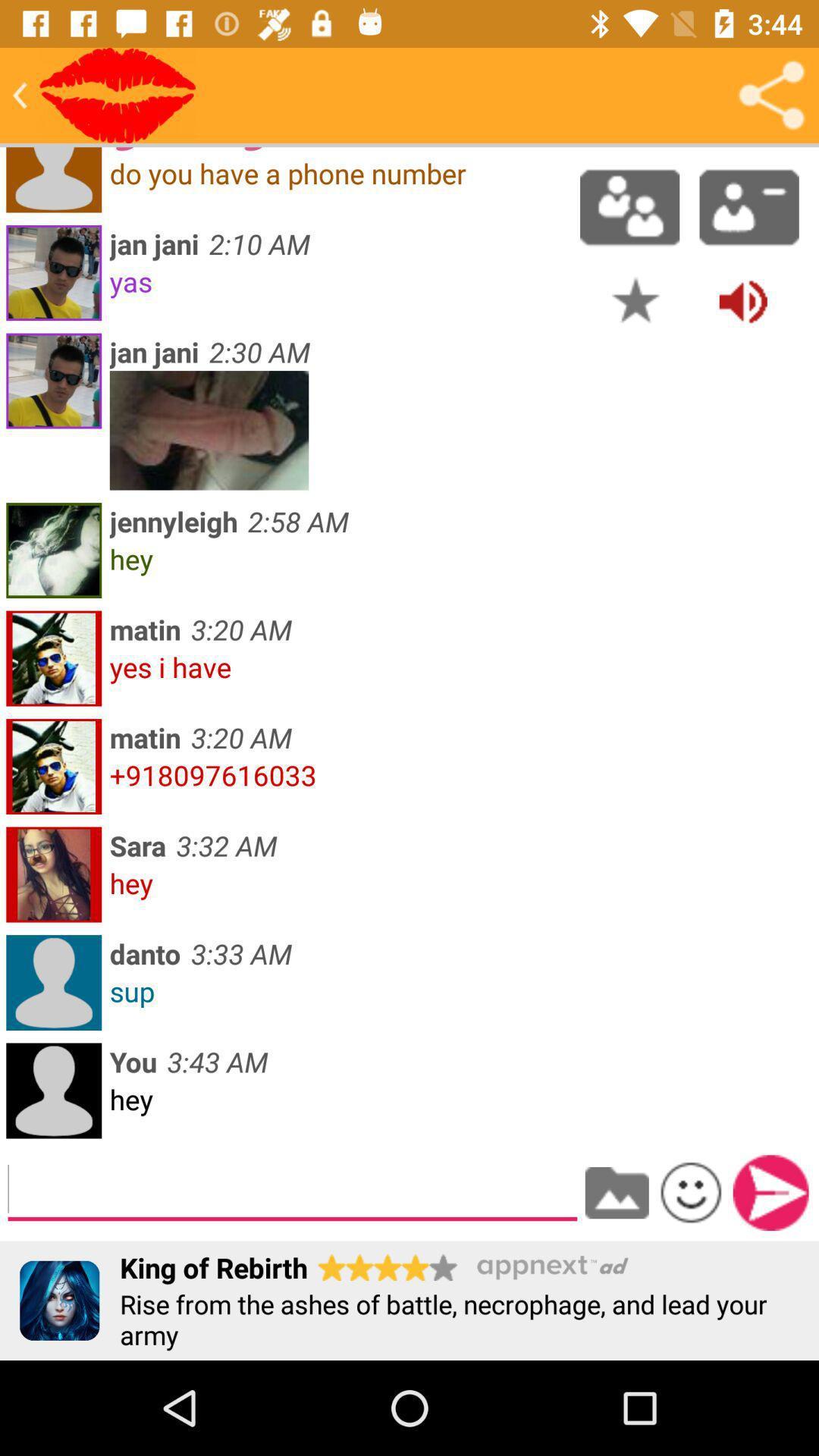  Describe the element at coordinates (629, 206) in the screenshot. I see `the group icon` at that location.